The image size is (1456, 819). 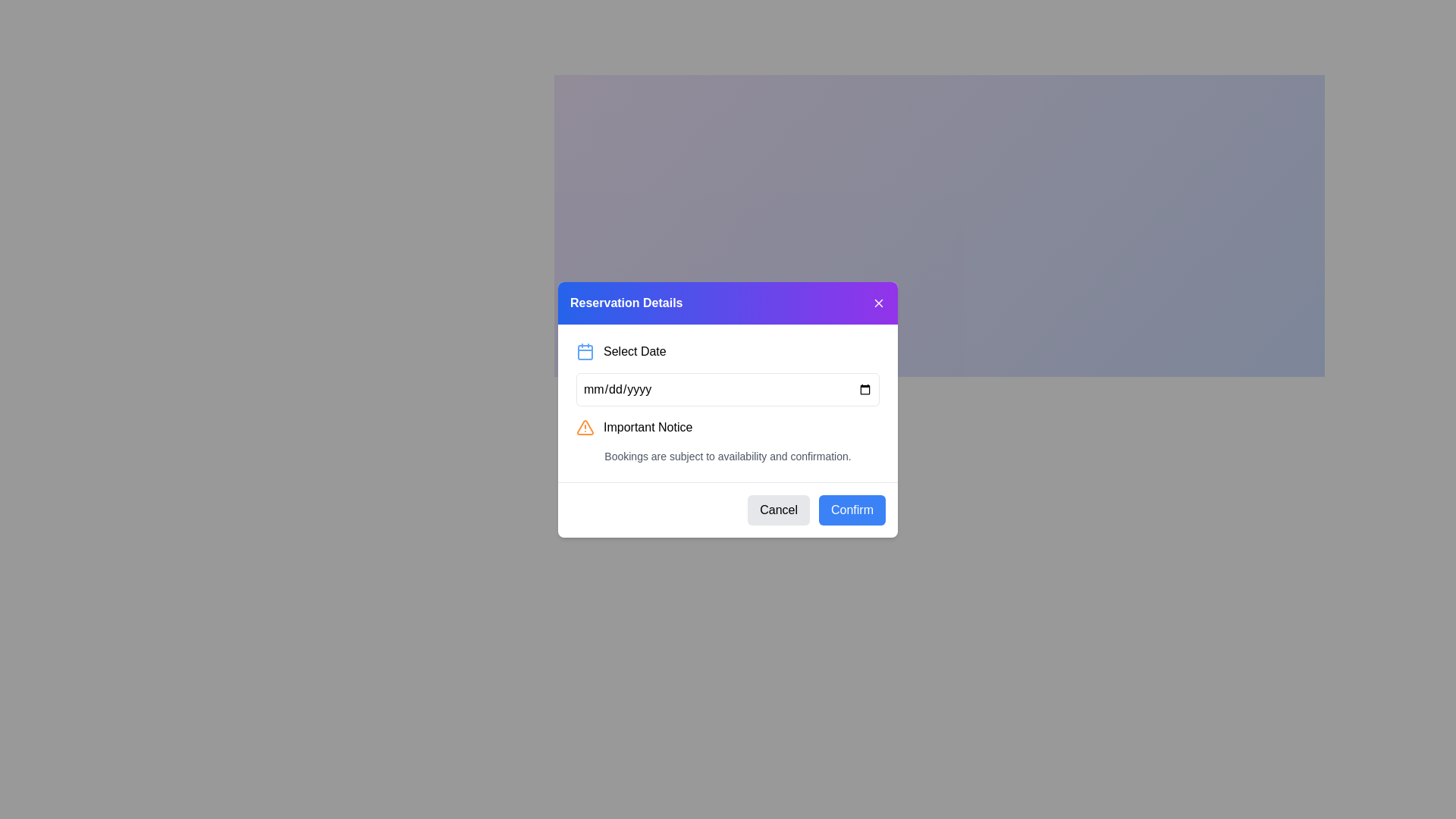 I want to click on the close icon element of the 'Reservation Details' dialog box for keyboard interaction, so click(x=878, y=303).